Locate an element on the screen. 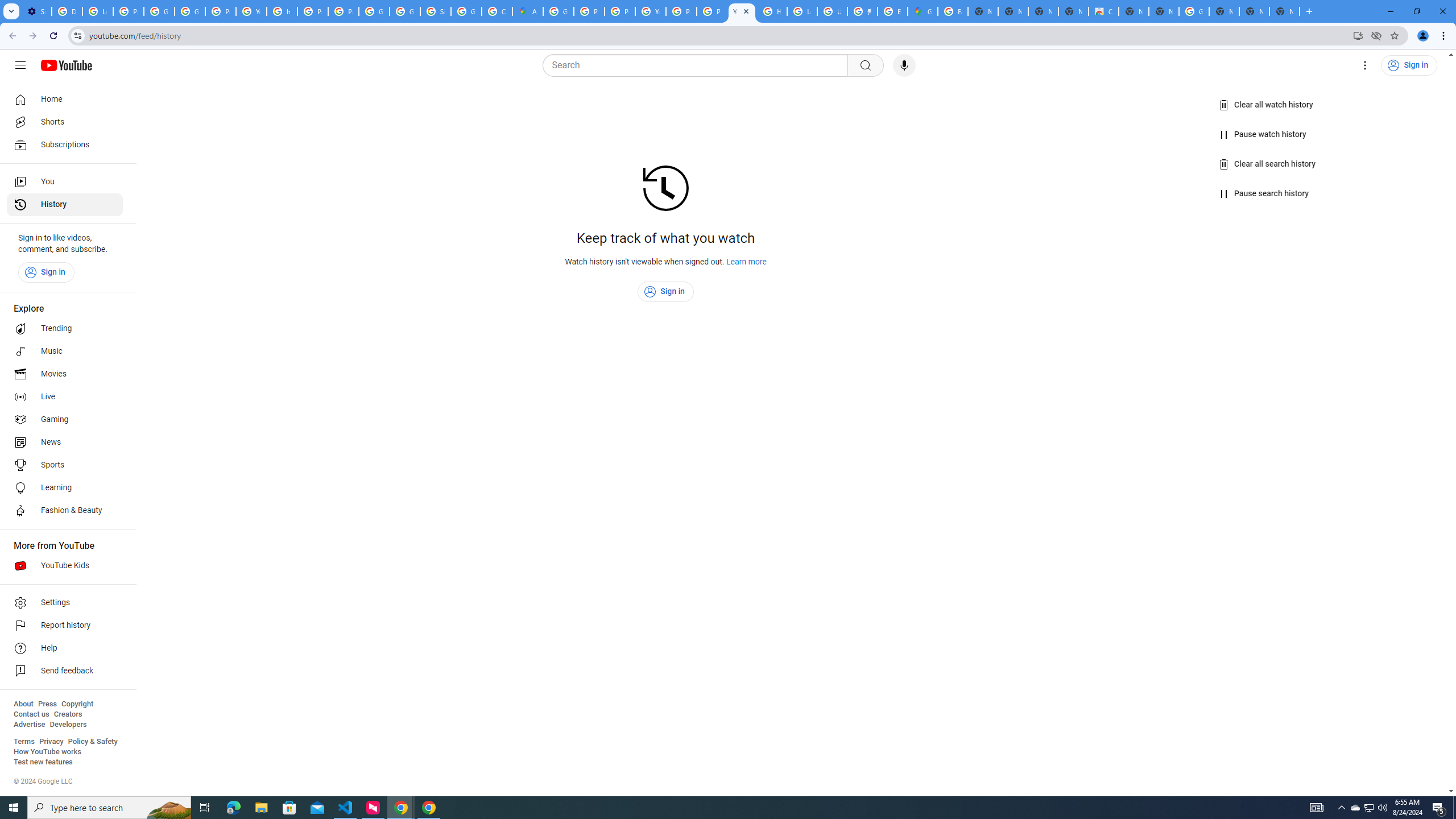  'Search with your voice' is located at coordinates (904, 65).